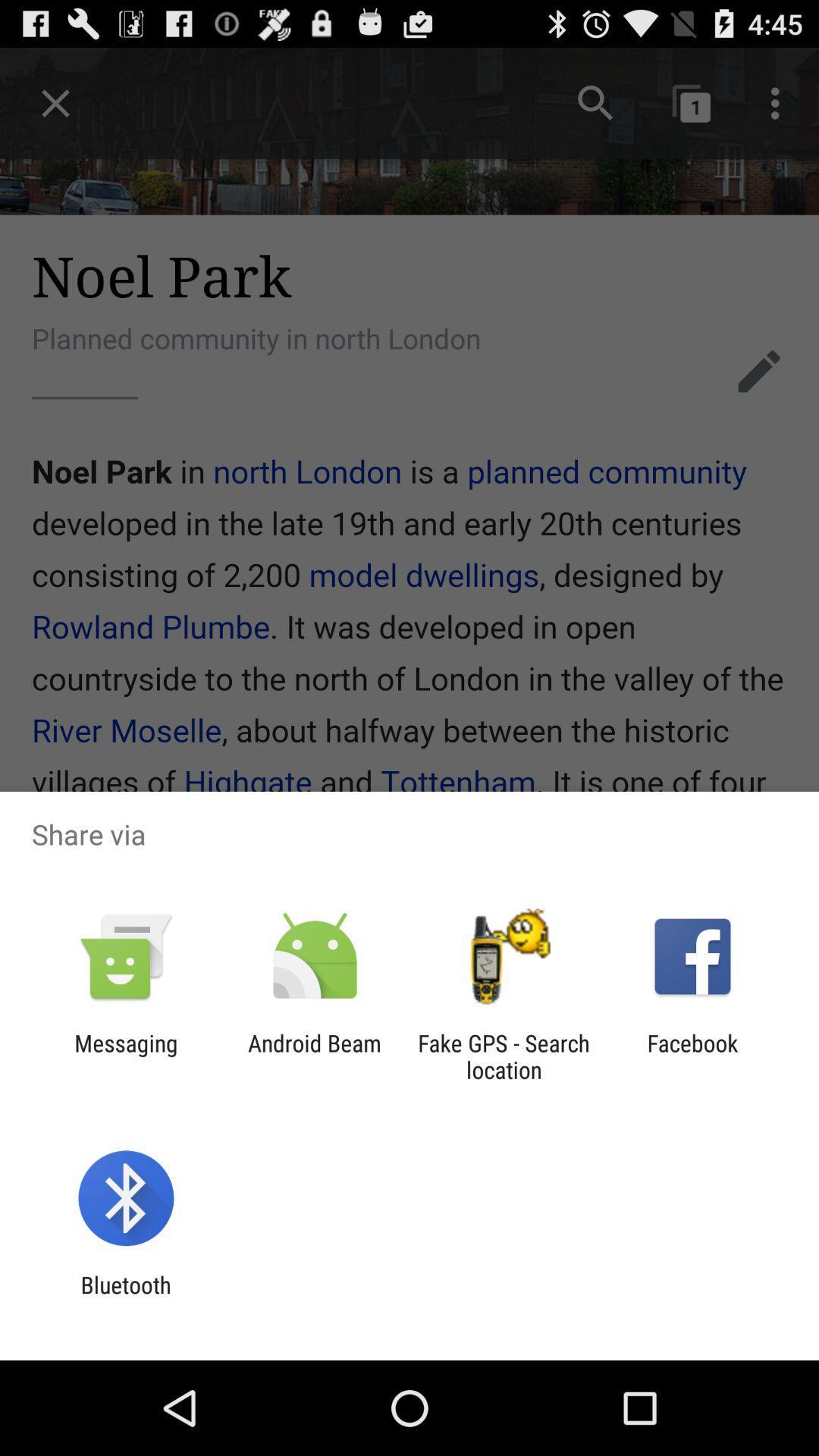 The height and width of the screenshot is (1456, 819). I want to click on bluetooth item, so click(125, 1298).